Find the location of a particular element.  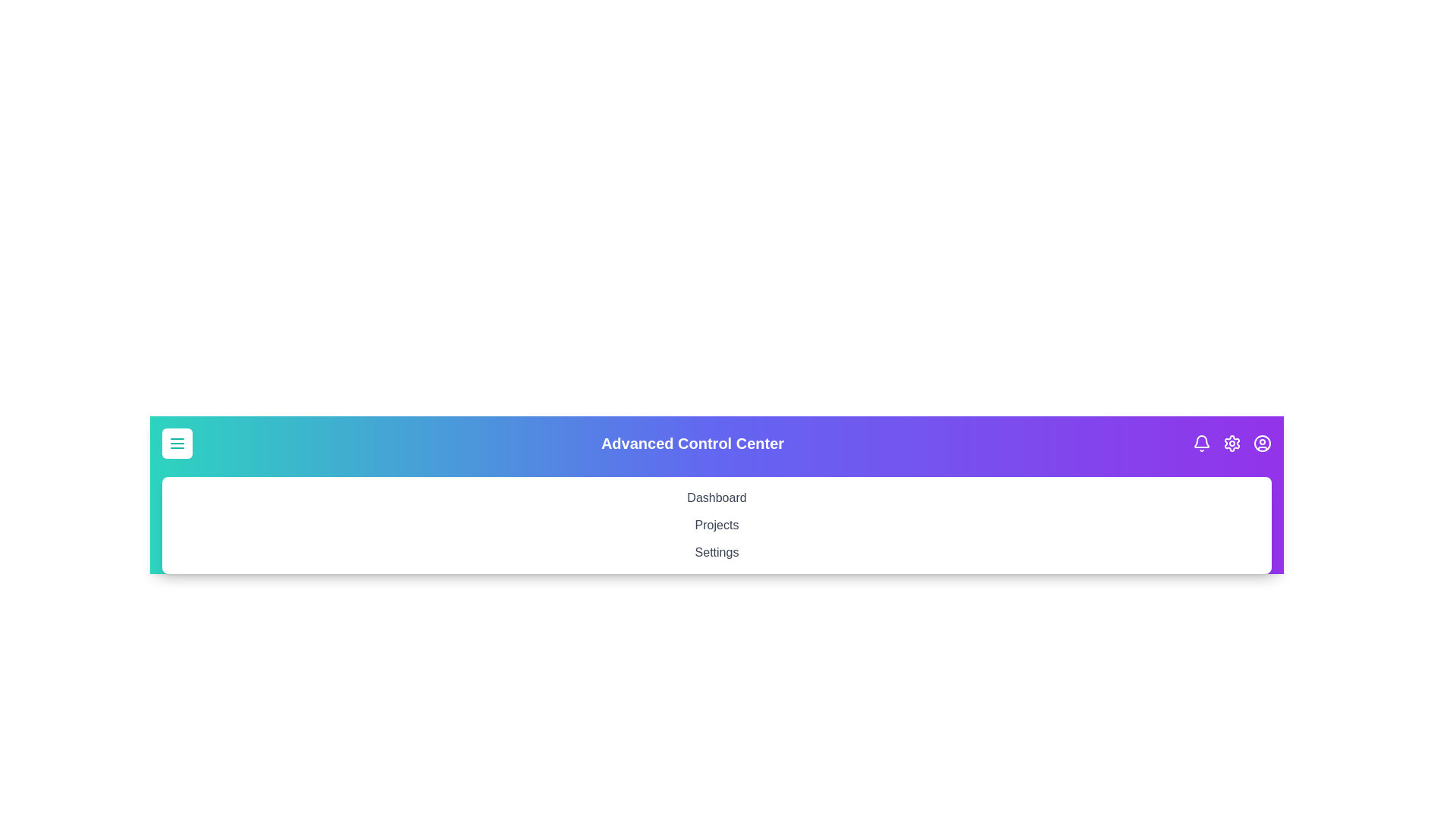

the settings icon to access configuration options is located at coordinates (1232, 444).